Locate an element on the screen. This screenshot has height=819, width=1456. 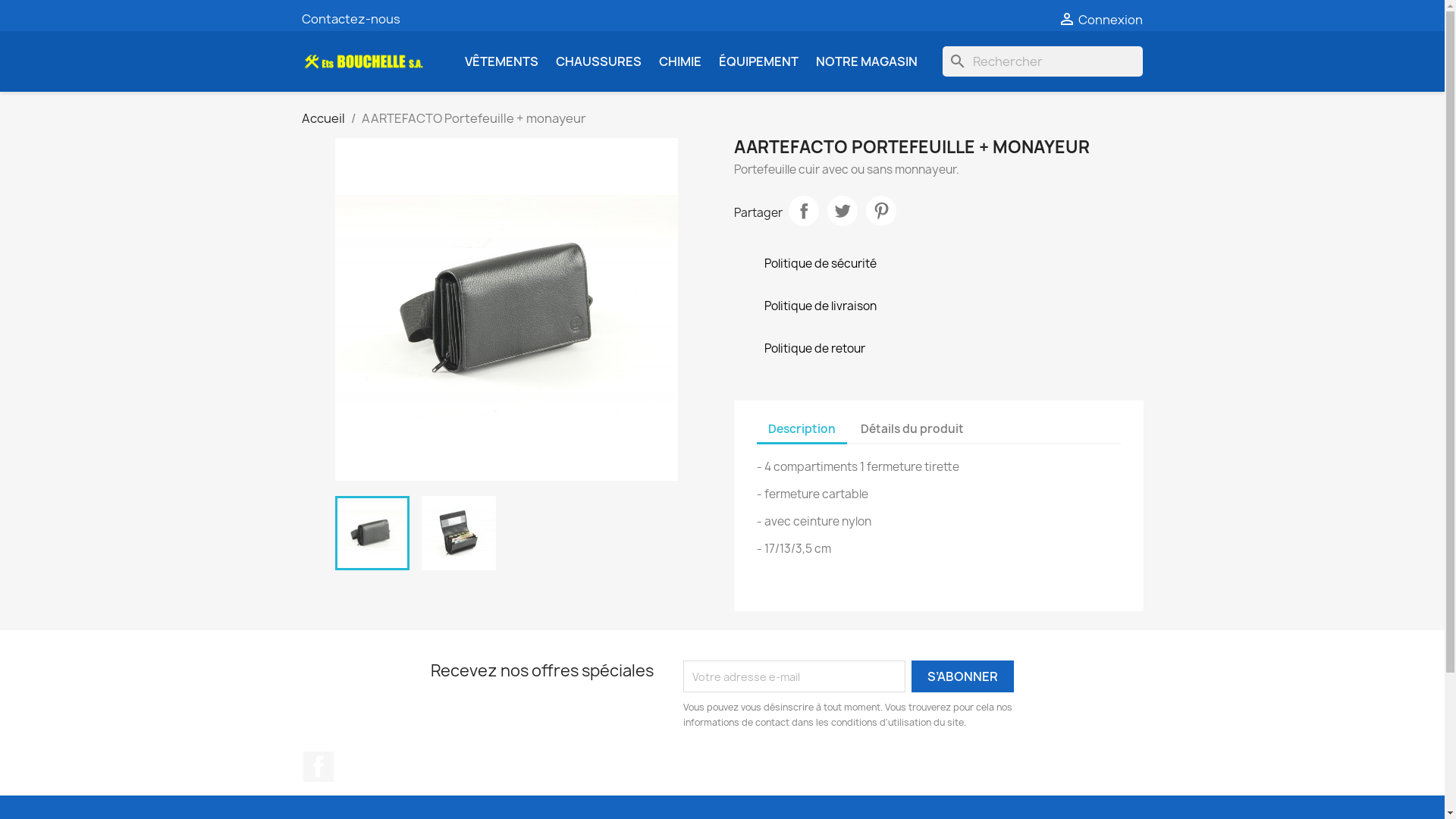
'Facebook' is located at coordinates (318, 766).